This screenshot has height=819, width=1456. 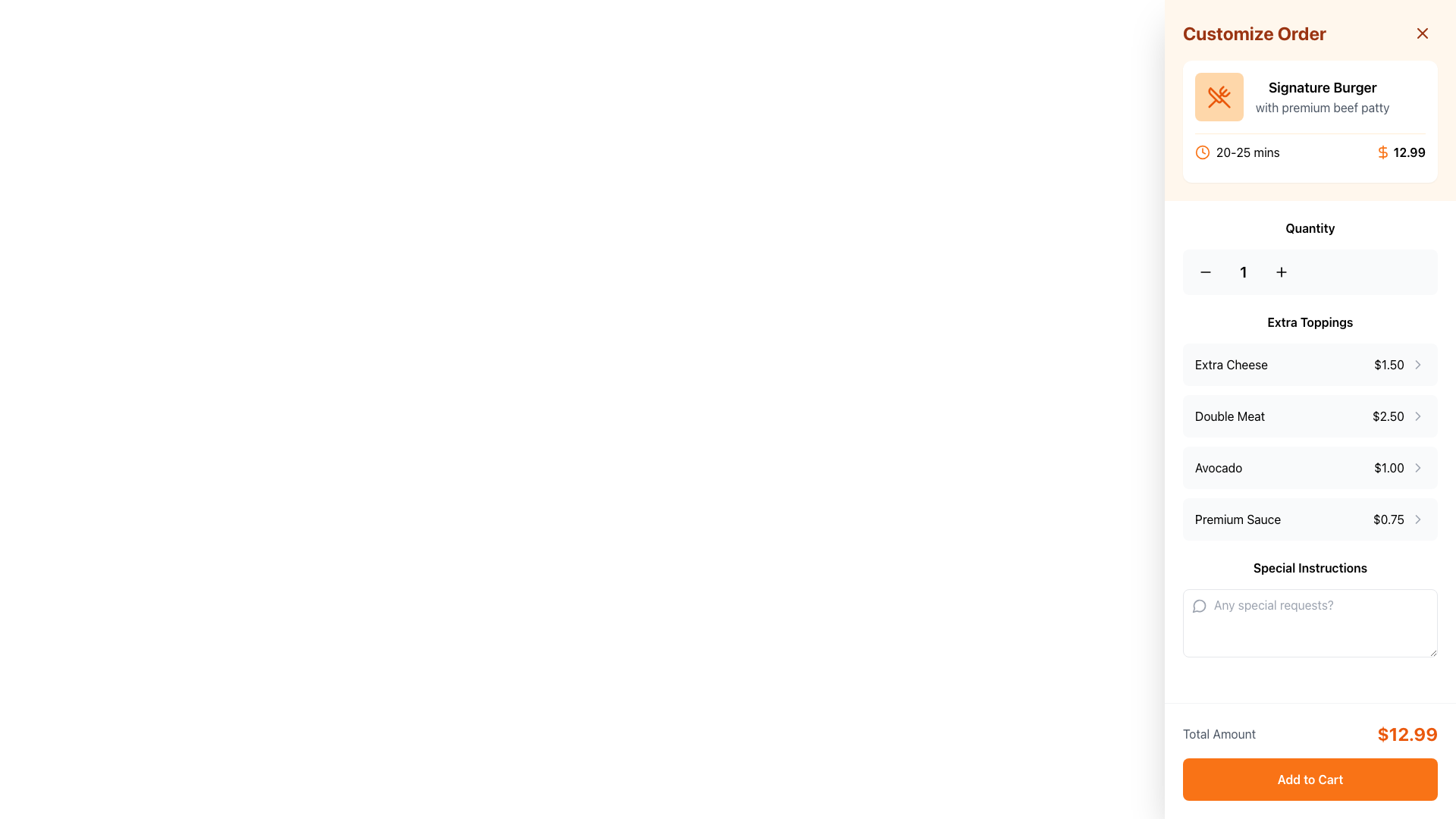 What do you see at coordinates (1417, 416) in the screenshot?
I see `the chevron icon located at the far right of the 'Double Meat' row in the 'Extra Toppings' section` at bounding box center [1417, 416].